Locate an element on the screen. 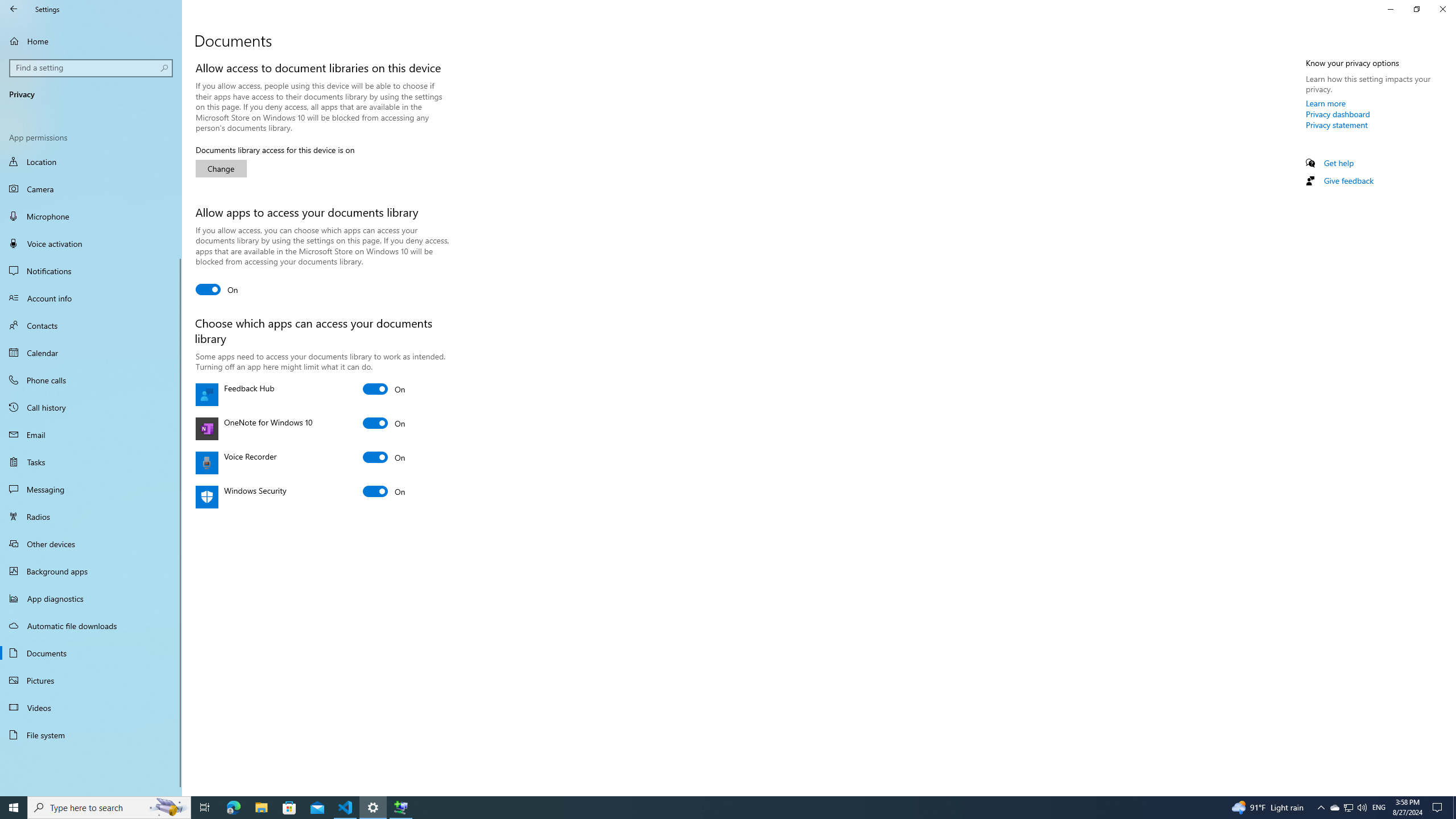 This screenshot has height=819, width=1456. 'Learn more' is located at coordinates (1326, 102).